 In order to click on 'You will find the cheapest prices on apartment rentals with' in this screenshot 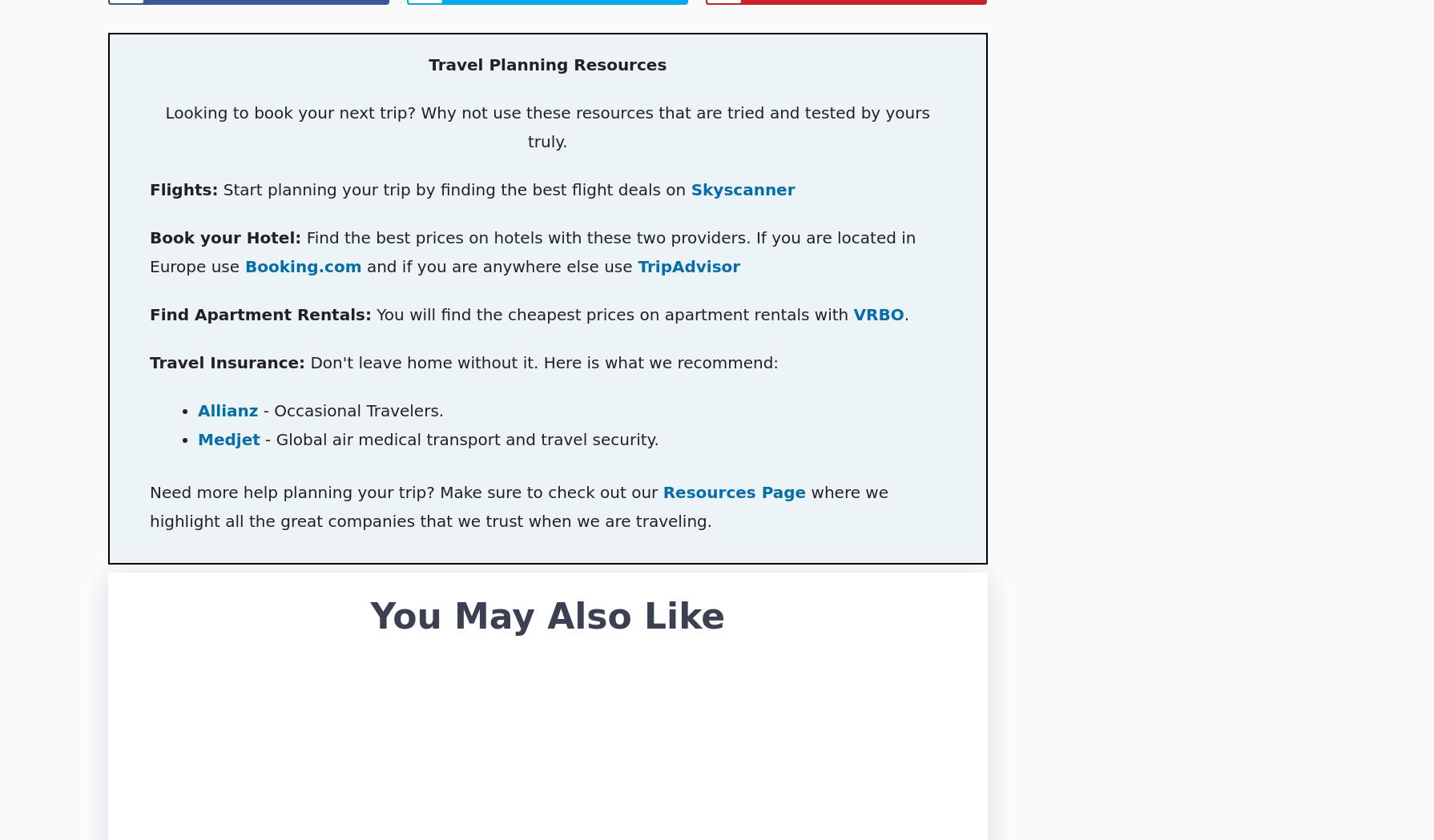, I will do `click(610, 314)`.